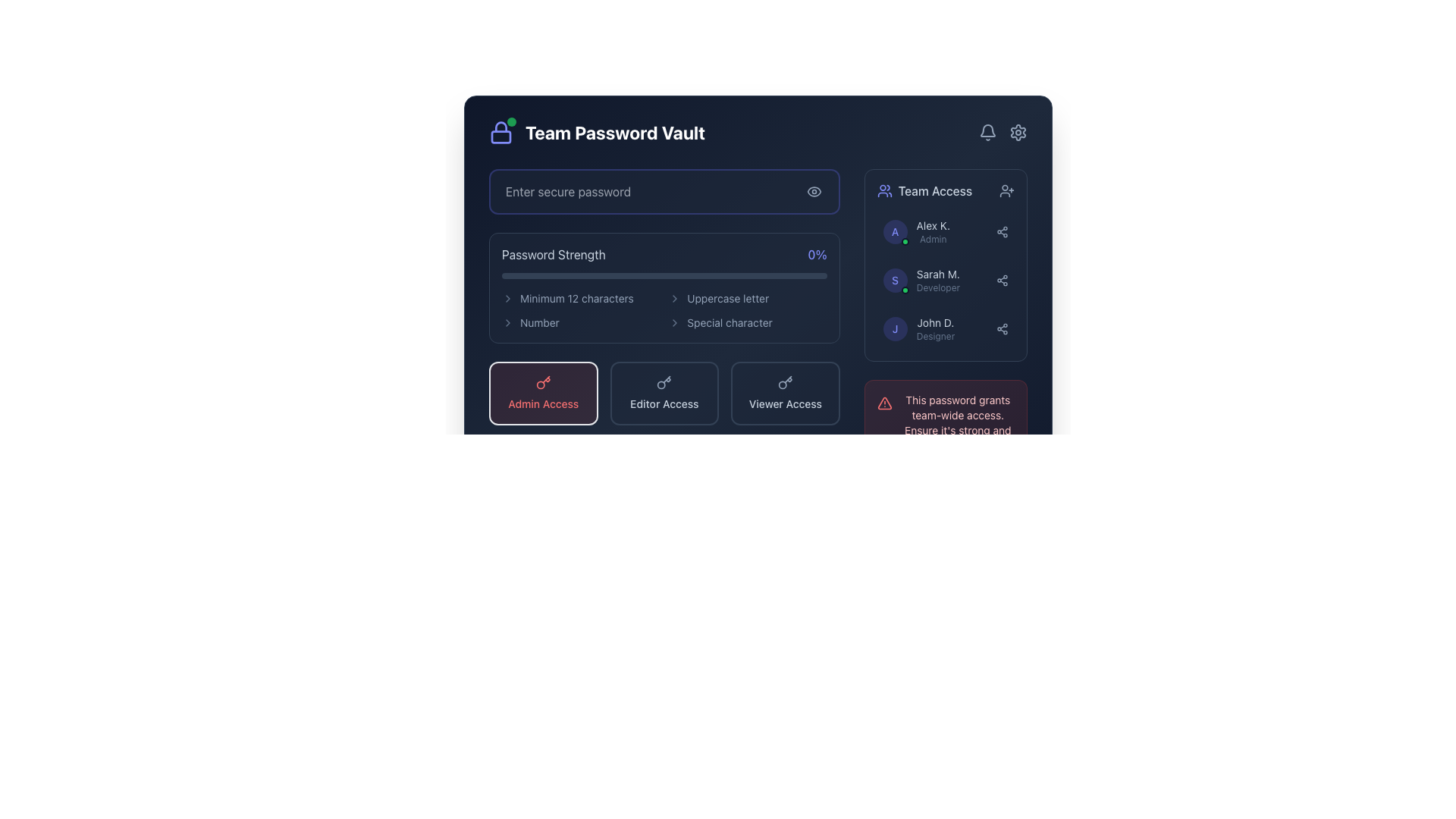 The height and width of the screenshot is (819, 1456). What do you see at coordinates (945, 190) in the screenshot?
I see `the header element of the 'Team Access' section to select it, which includes text and icons that signify its purpose` at bounding box center [945, 190].